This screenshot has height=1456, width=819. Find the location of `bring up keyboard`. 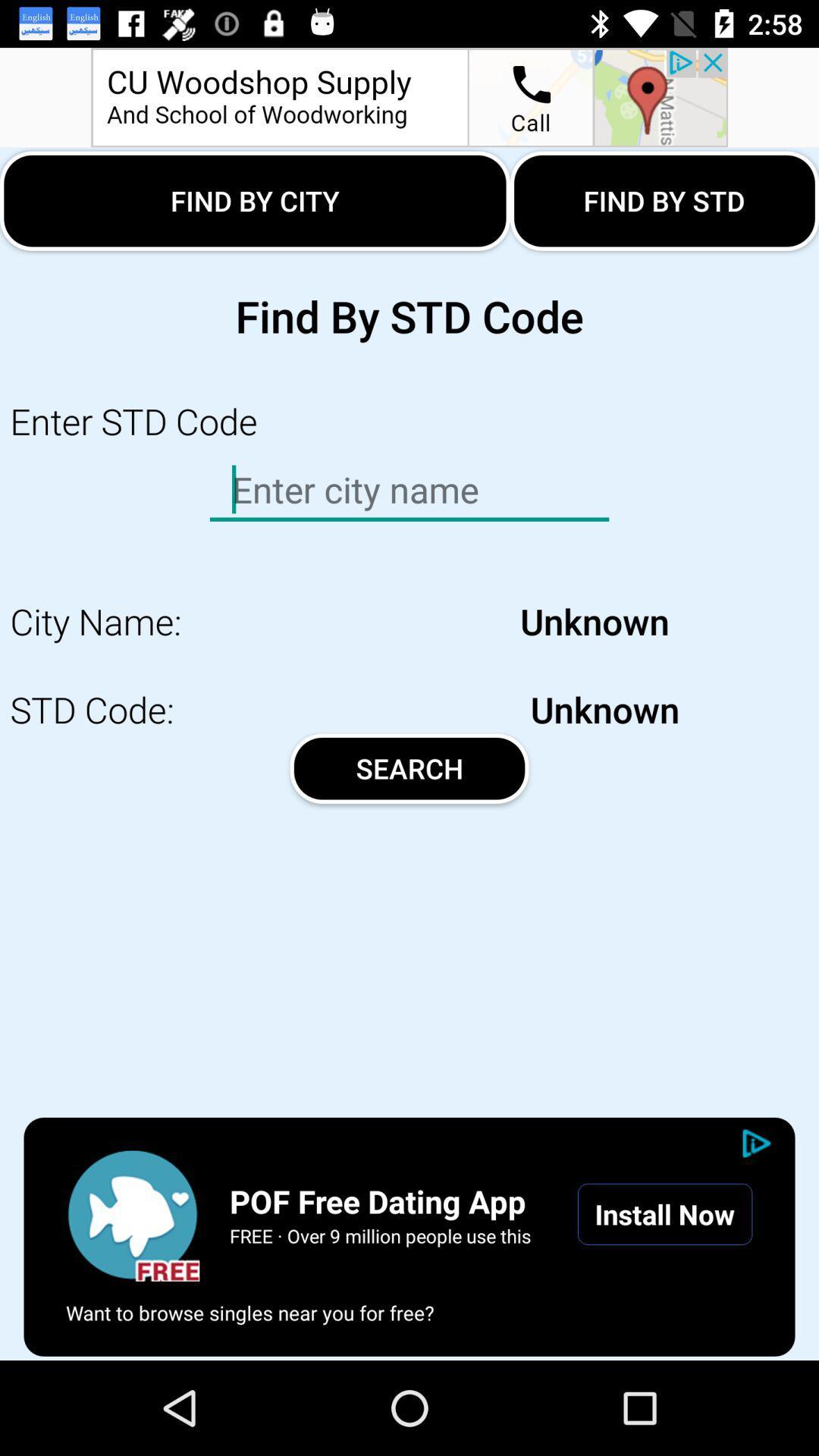

bring up keyboard is located at coordinates (409, 490).